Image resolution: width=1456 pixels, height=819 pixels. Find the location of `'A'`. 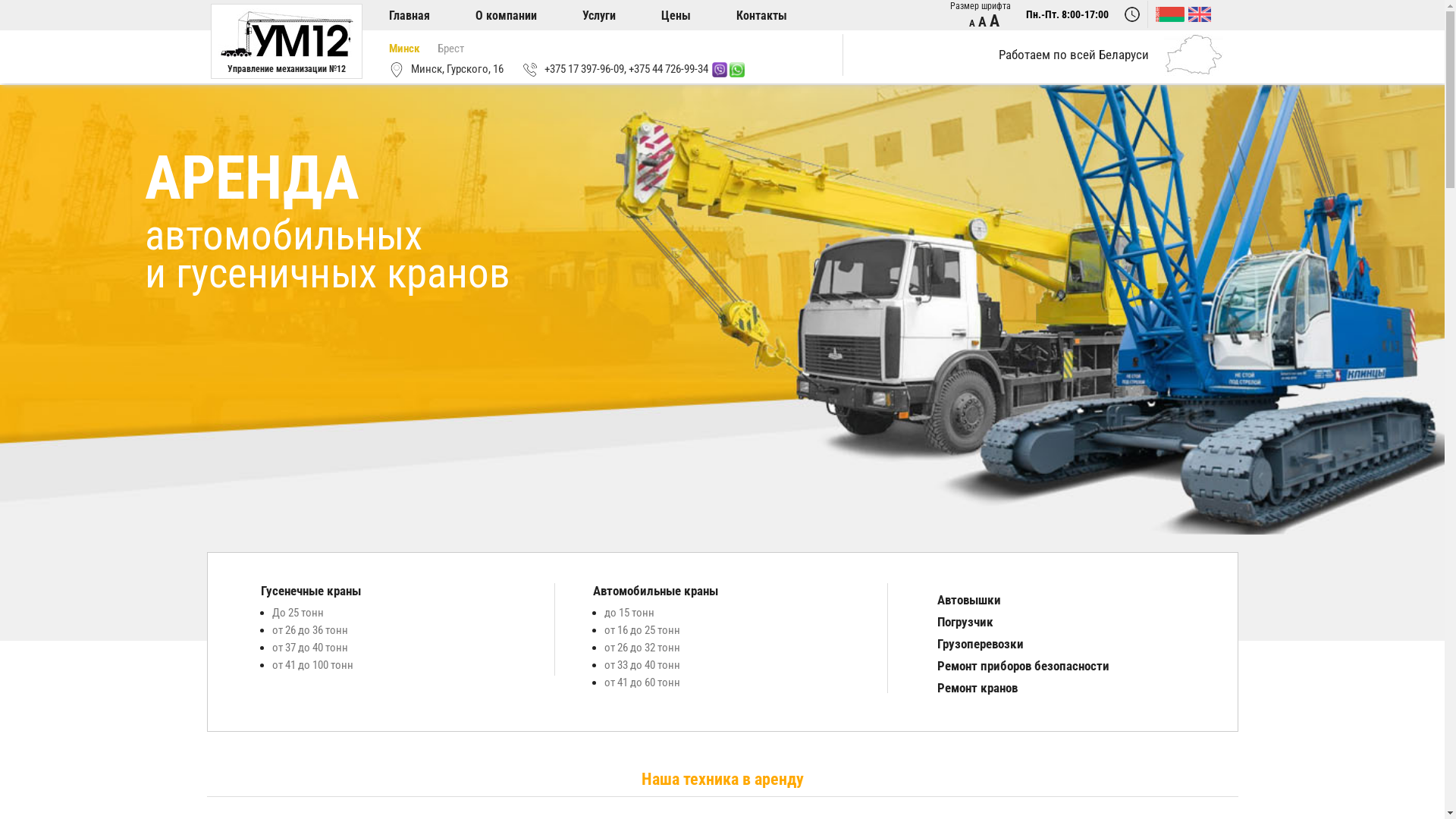

'A' is located at coordinates (989, 20).